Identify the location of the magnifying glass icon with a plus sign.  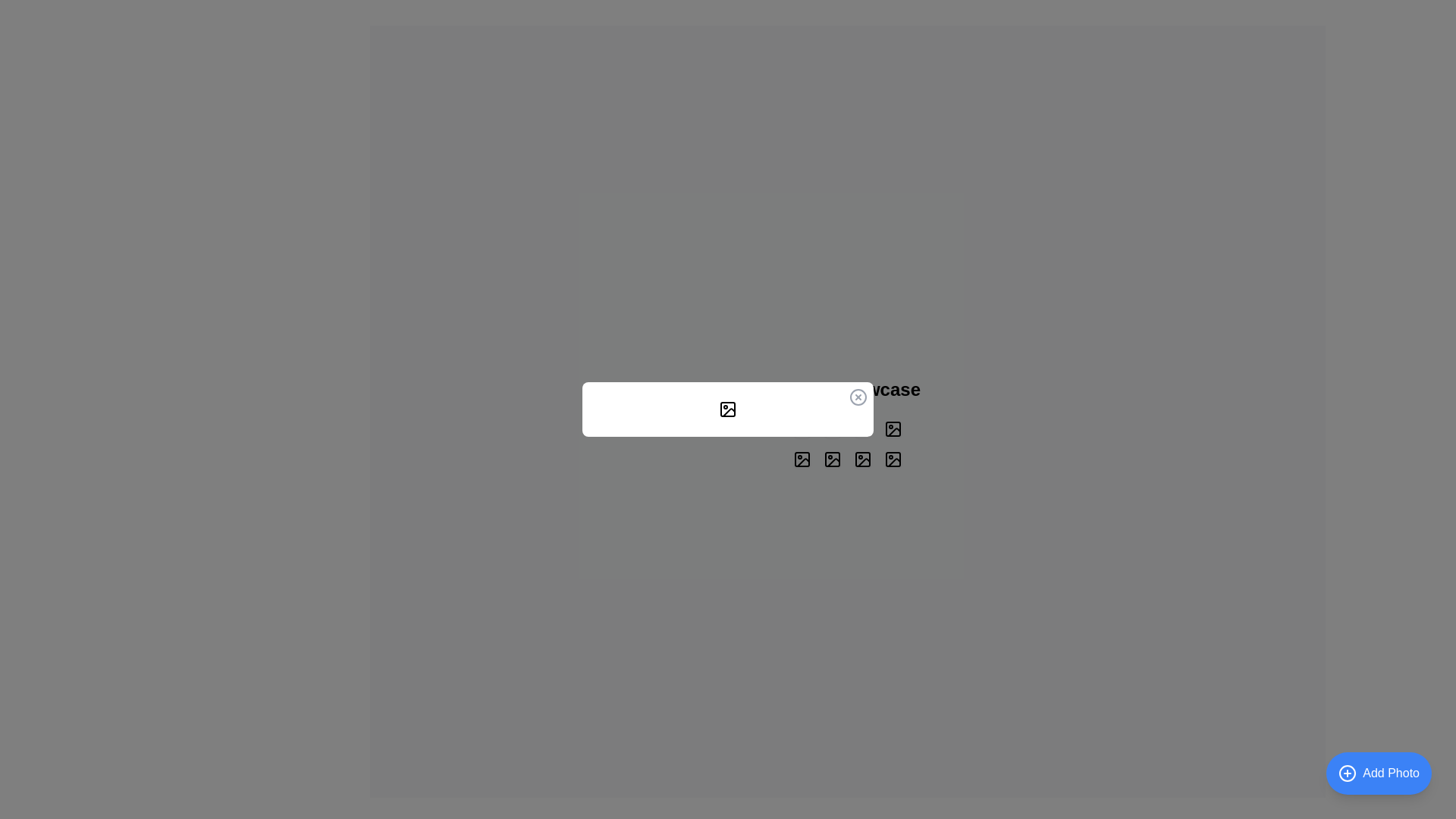
(862, 429).